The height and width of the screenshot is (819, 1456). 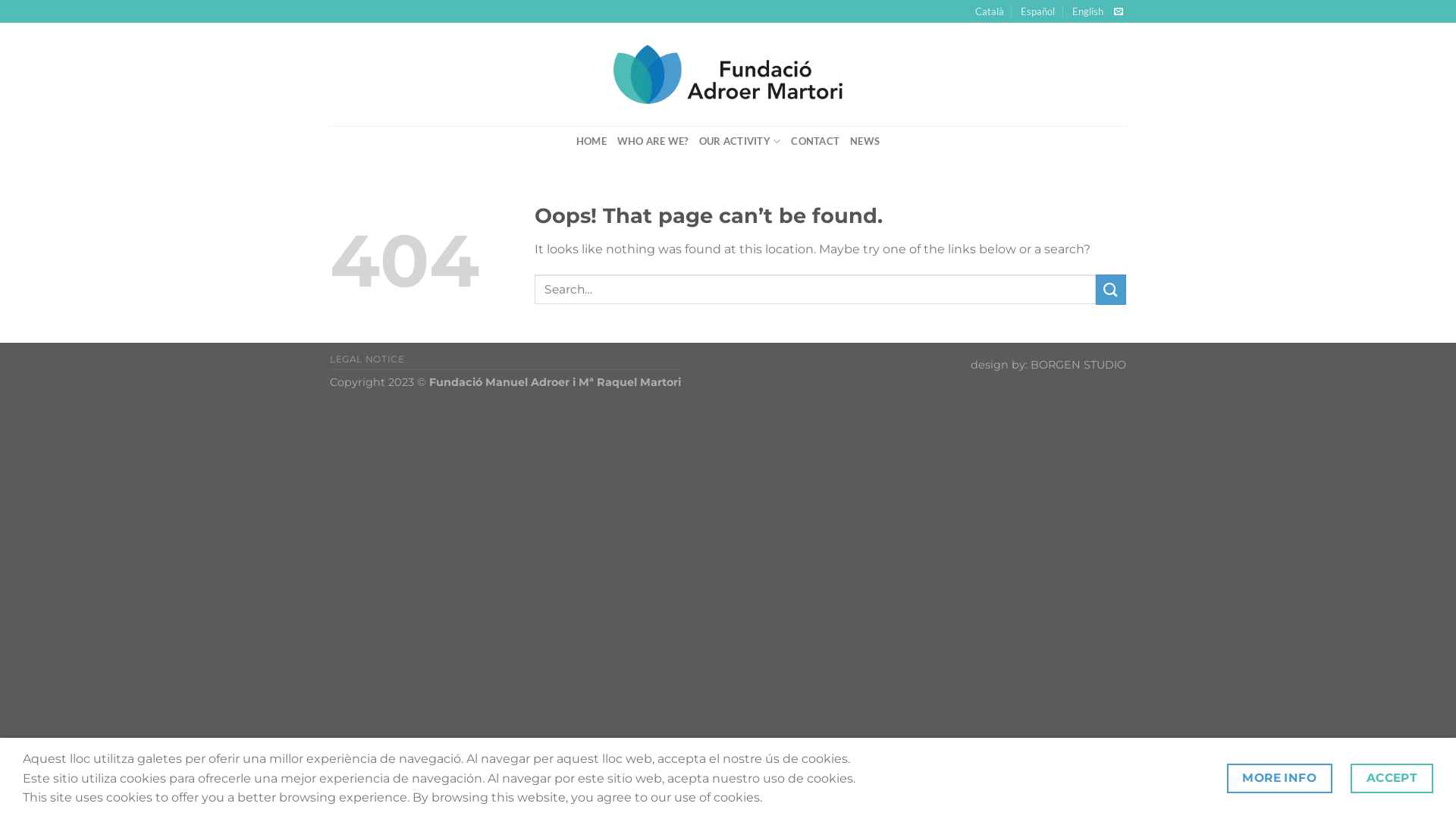 I want to click on 'English', so click(x=1087, y=11).